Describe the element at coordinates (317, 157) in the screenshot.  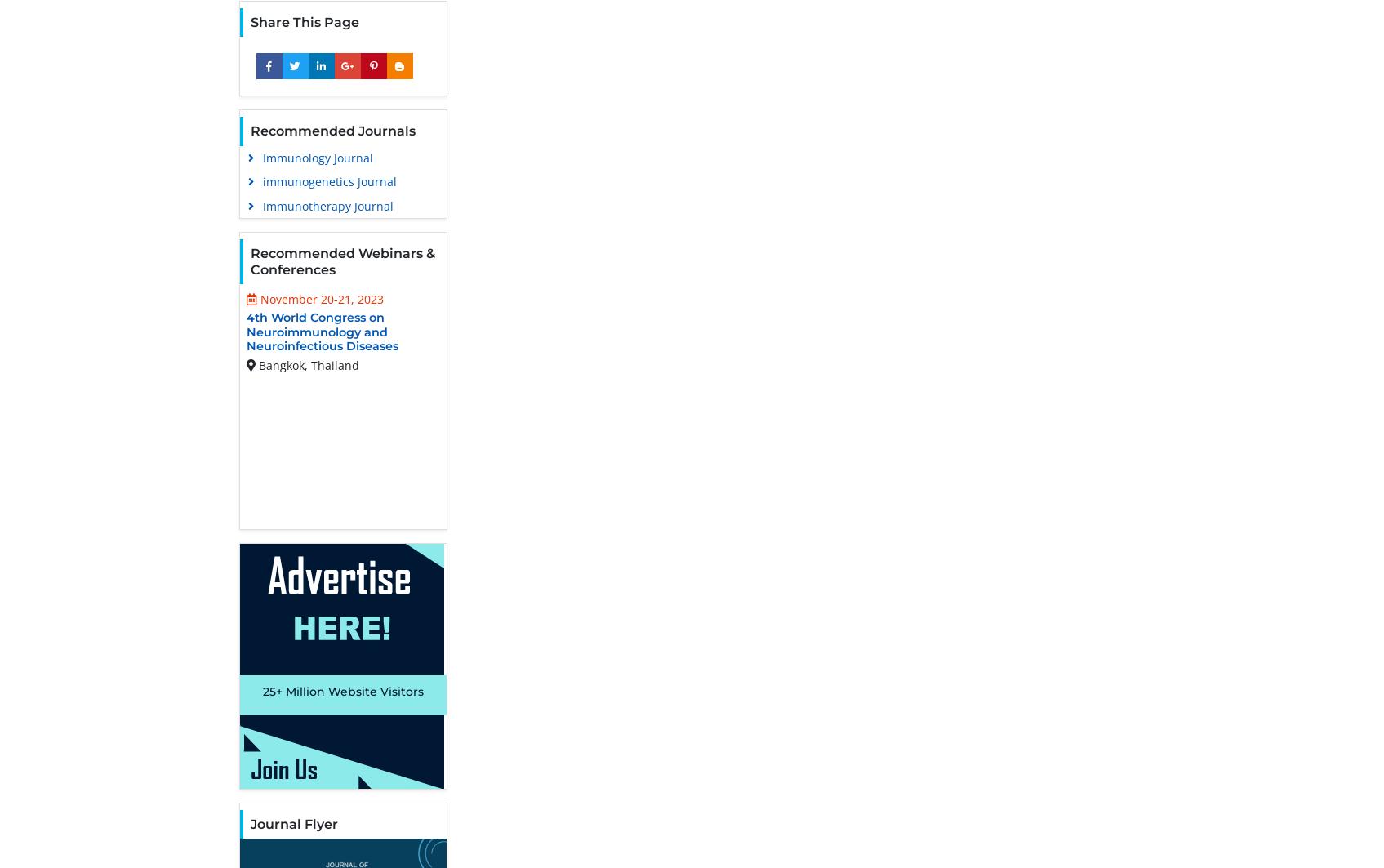
I see `'Immunology Journal'` at that location.